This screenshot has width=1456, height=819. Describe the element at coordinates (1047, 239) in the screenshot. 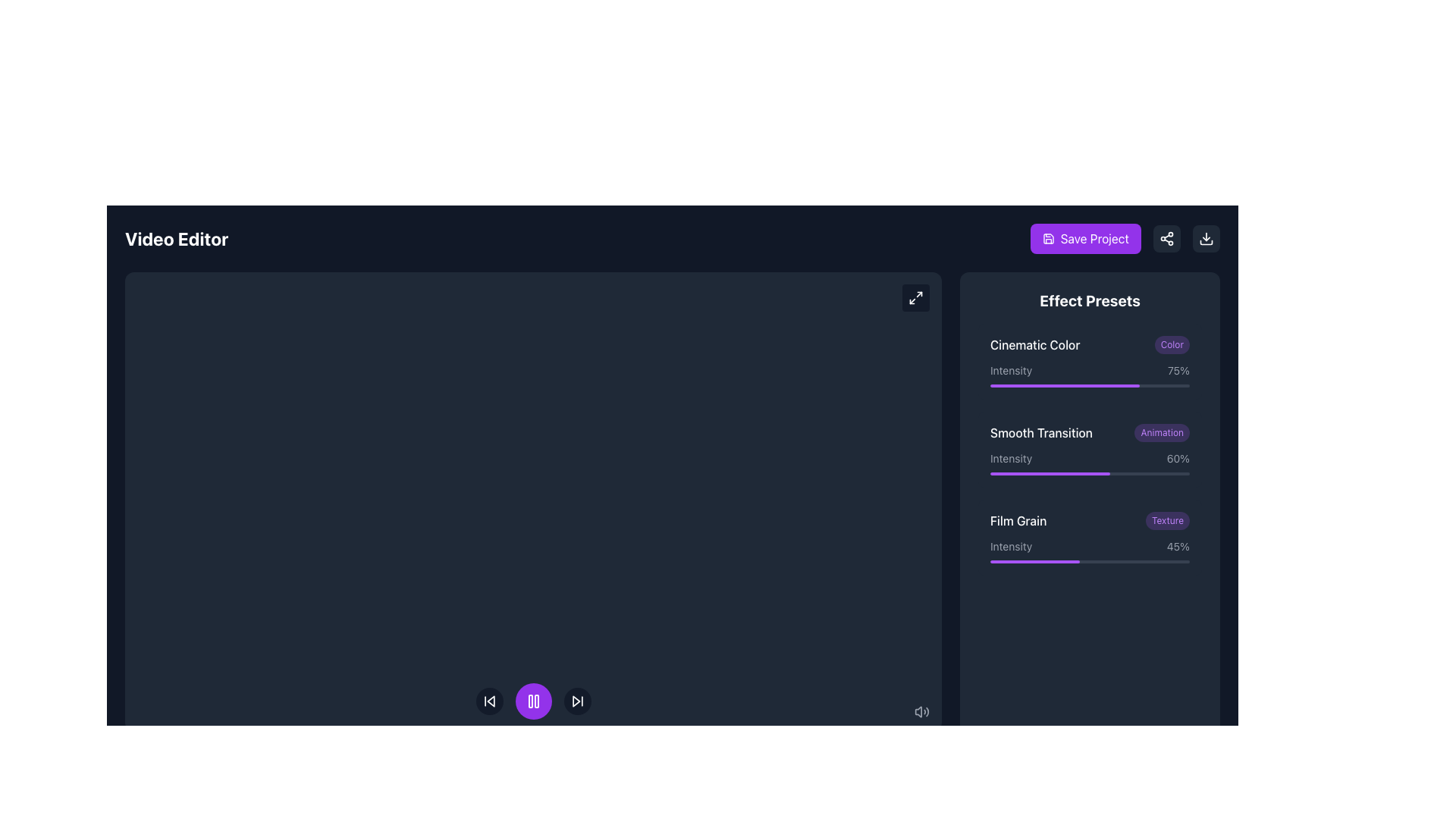

I see `the save icon, which is represented by a floppy disk image located in the top right corner of the interface, next to the share icon and to the left of the 'Save Project' text button` at that location.